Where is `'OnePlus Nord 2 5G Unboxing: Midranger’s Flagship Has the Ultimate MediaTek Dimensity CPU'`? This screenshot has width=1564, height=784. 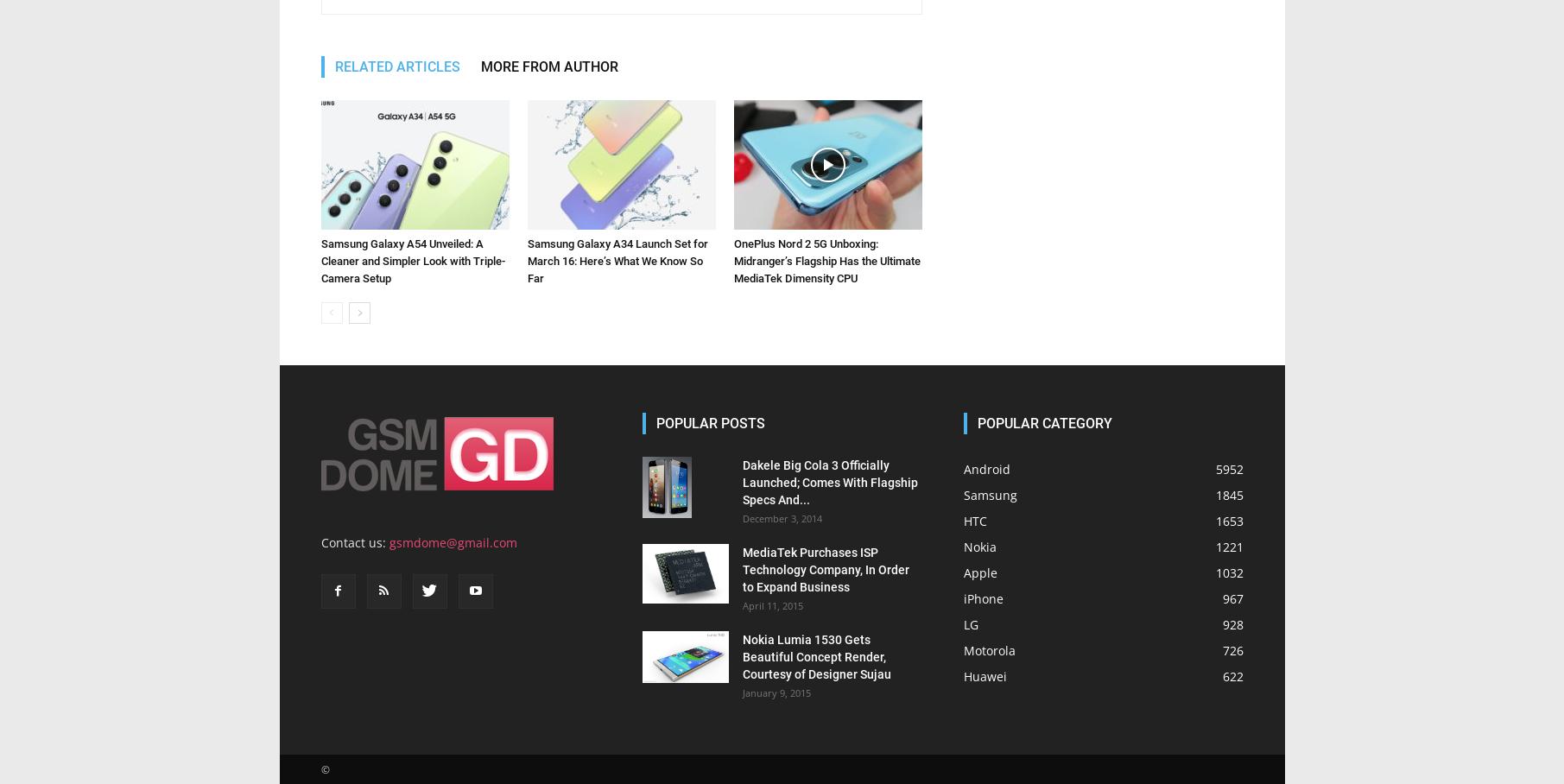 'OnePlus Nord 2 5G Unboxing: Midranger’s Flagship Has the Ultimate MediaTek Dimensity CPU' is located at coordinates (825, 261).